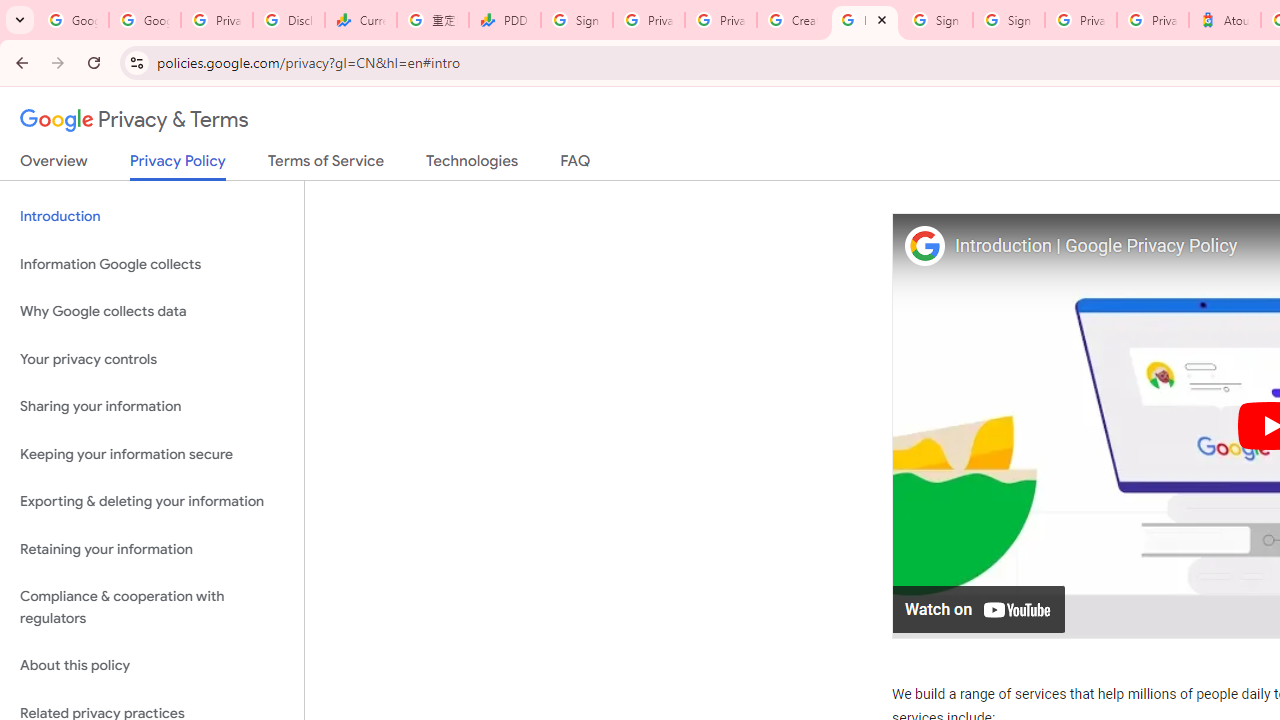 This screenshot has height=720, width=1280. Describe the element at coordinates (935, 20) in the screenshot. I see `'Sign in - Google Accounts'` at that location.